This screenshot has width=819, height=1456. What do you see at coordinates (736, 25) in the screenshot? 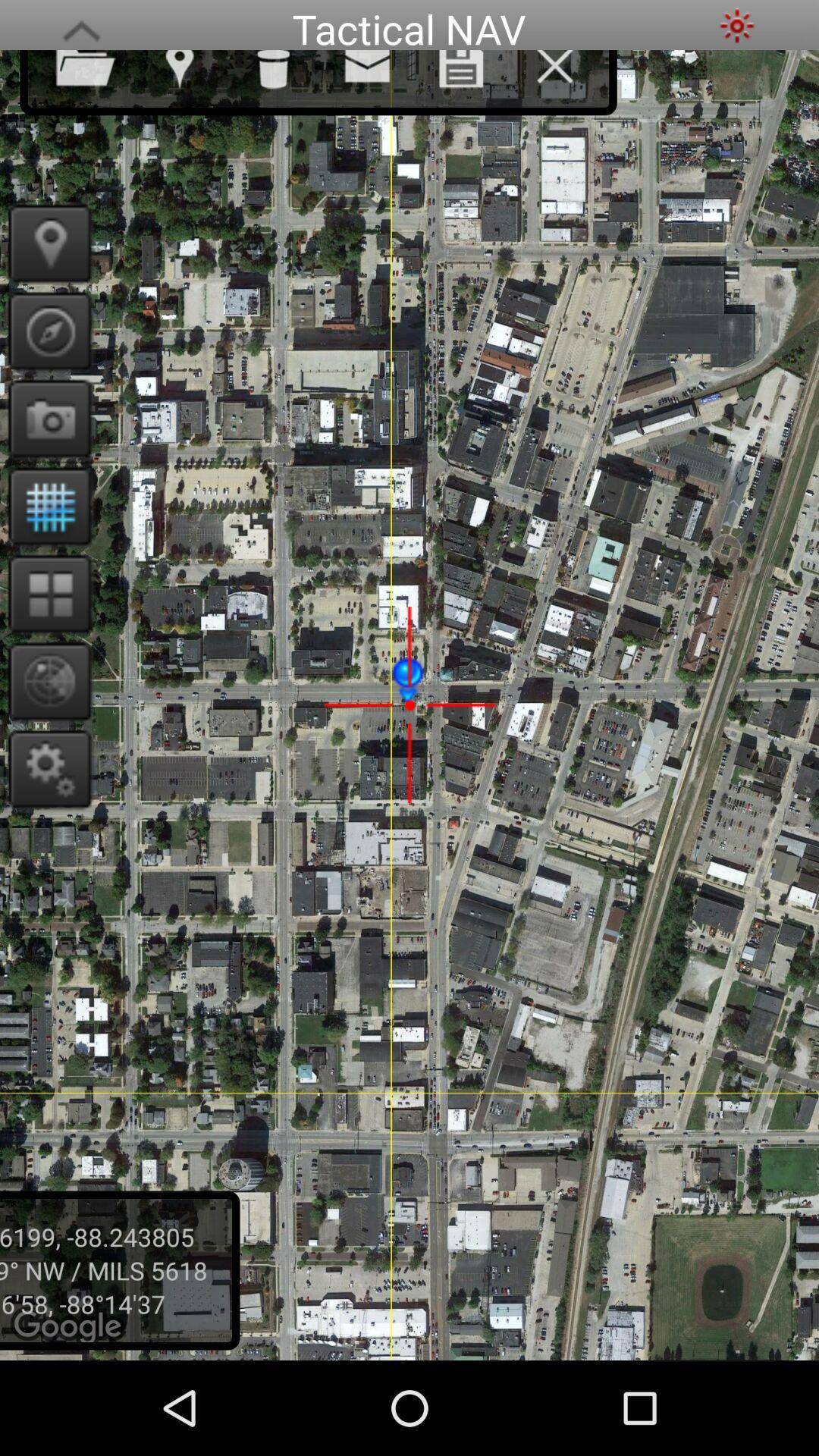
I see `the icon next to tactical nav item` at bounding box center [736, 25].